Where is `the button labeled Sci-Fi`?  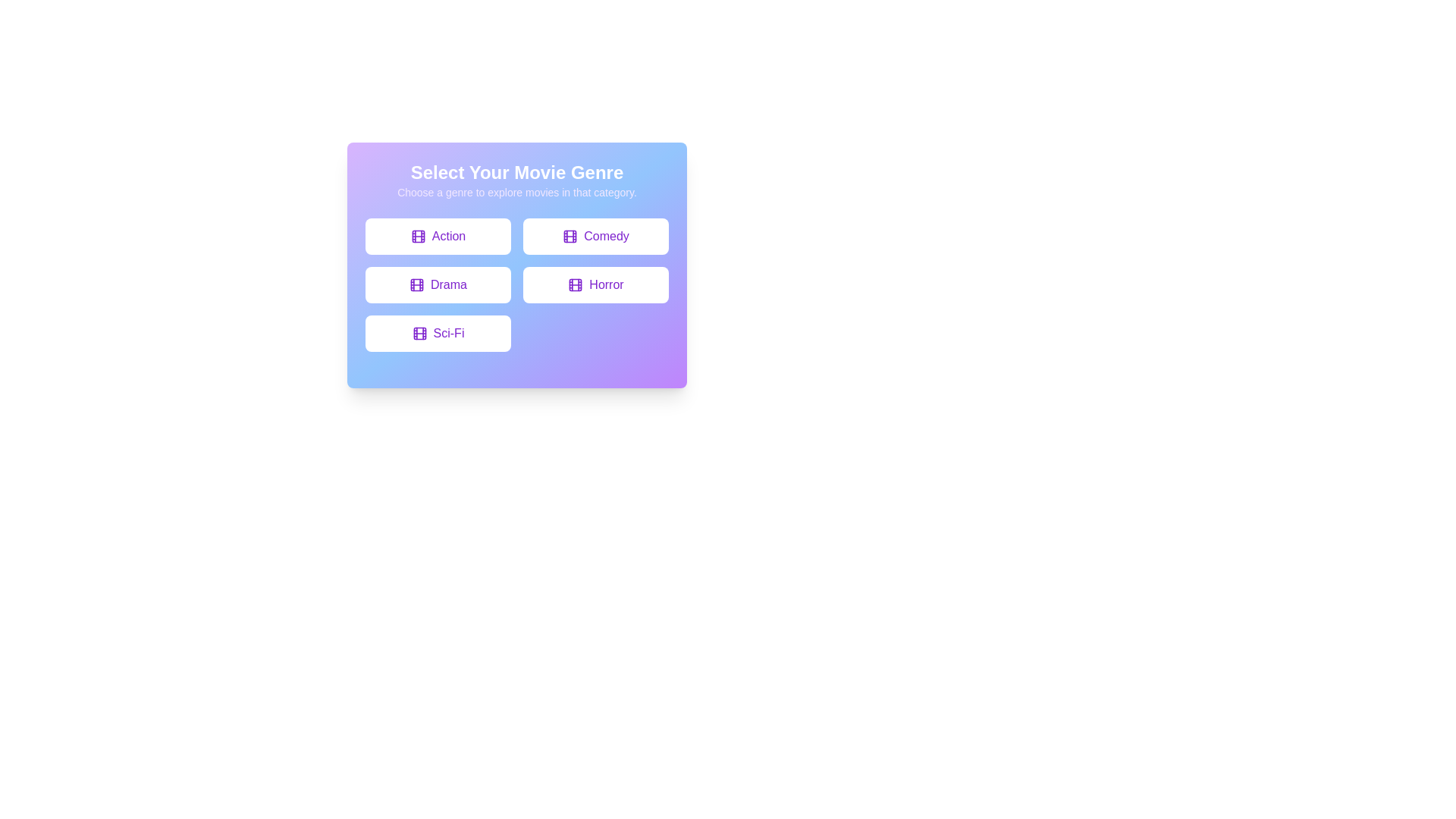 the button labeled Sci-Fi is located at coordinates (437, 332).